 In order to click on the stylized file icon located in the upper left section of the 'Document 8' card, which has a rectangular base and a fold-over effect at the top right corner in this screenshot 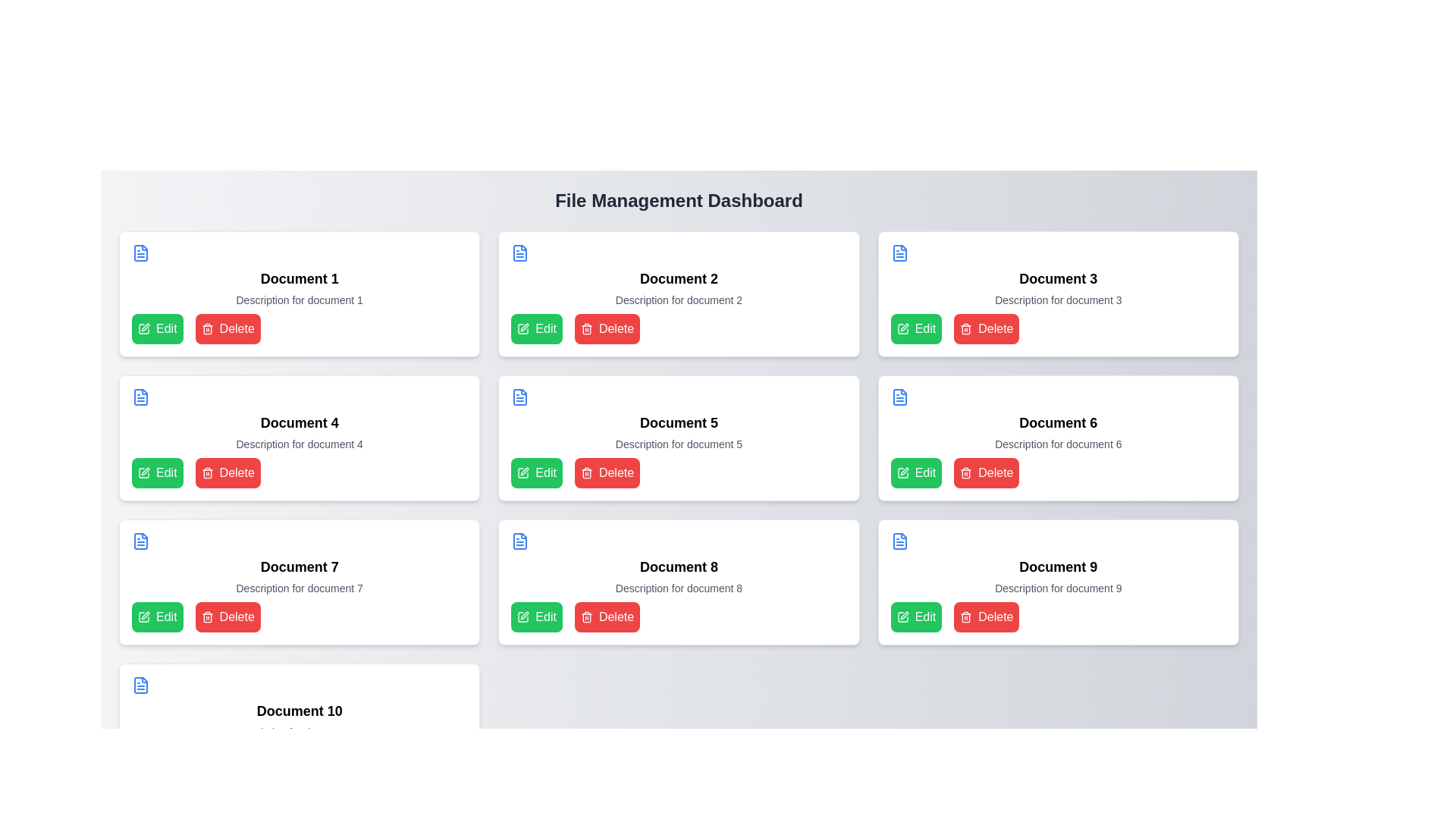, I will do `click(520, 540)`.